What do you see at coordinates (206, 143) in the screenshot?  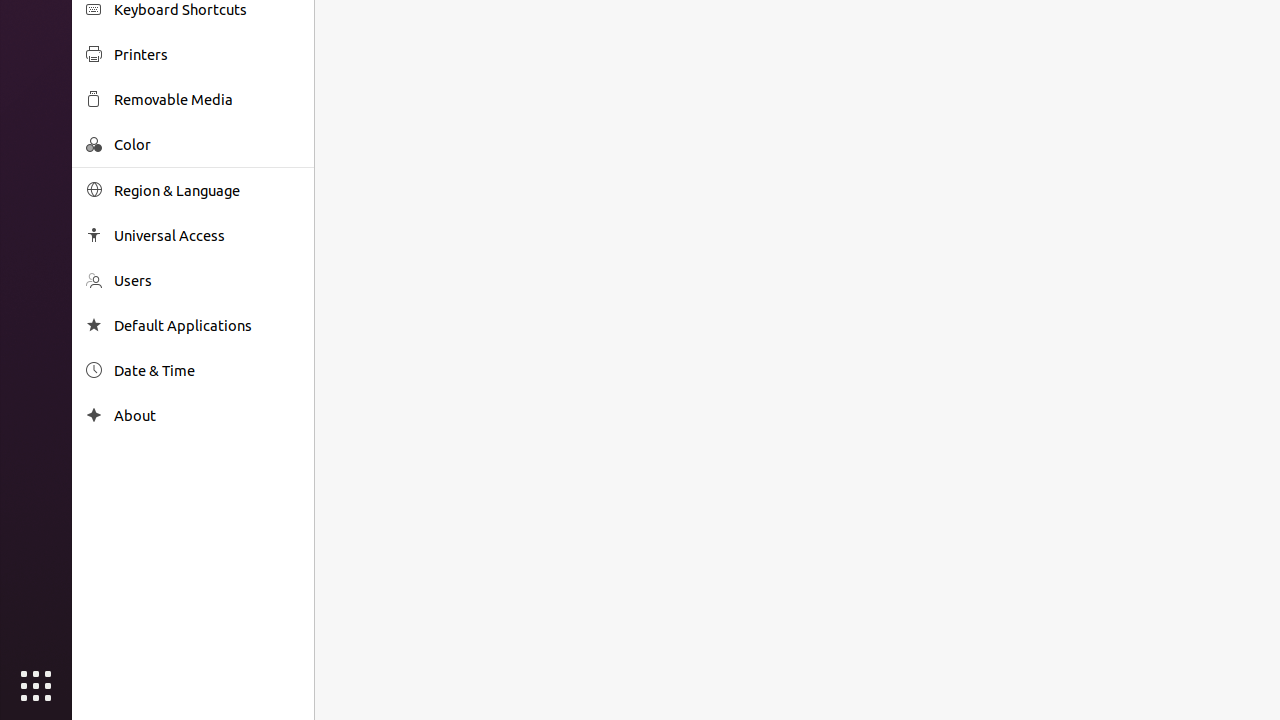 I see `'Color'` at bounding box center [206, 143].